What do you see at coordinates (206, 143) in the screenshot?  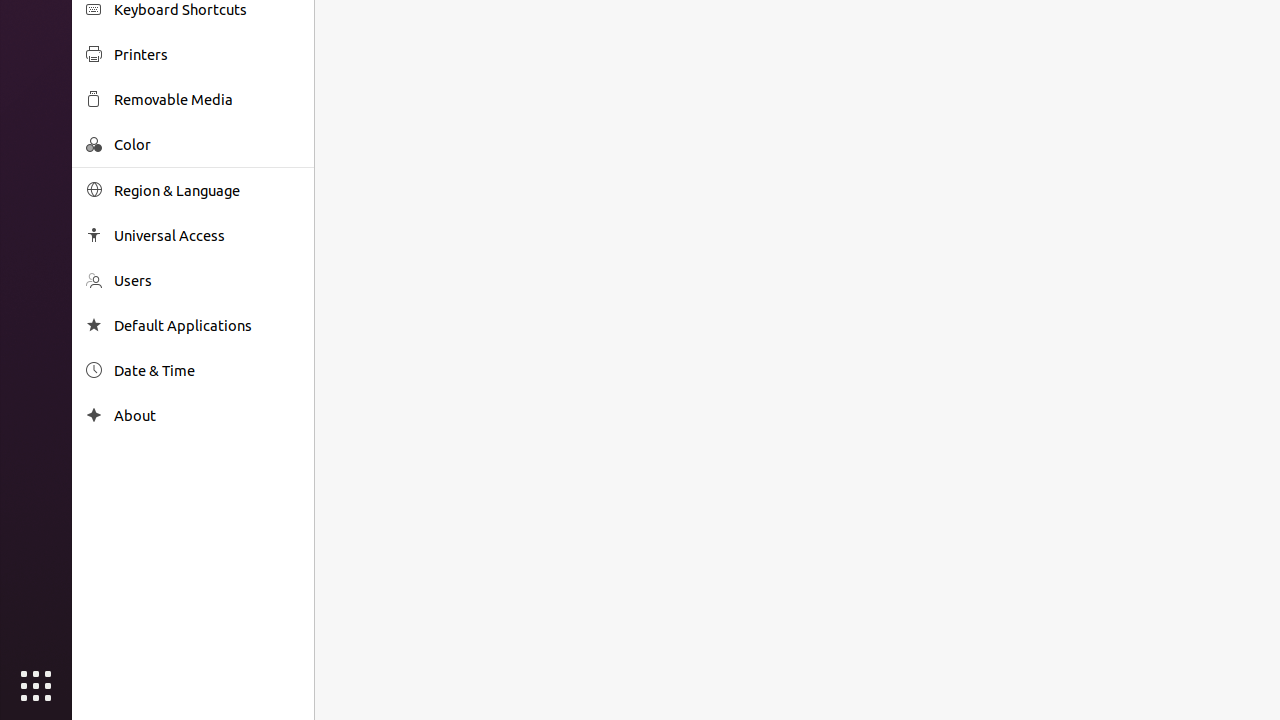 I see `'Color'` at bounding box center [206, 143].